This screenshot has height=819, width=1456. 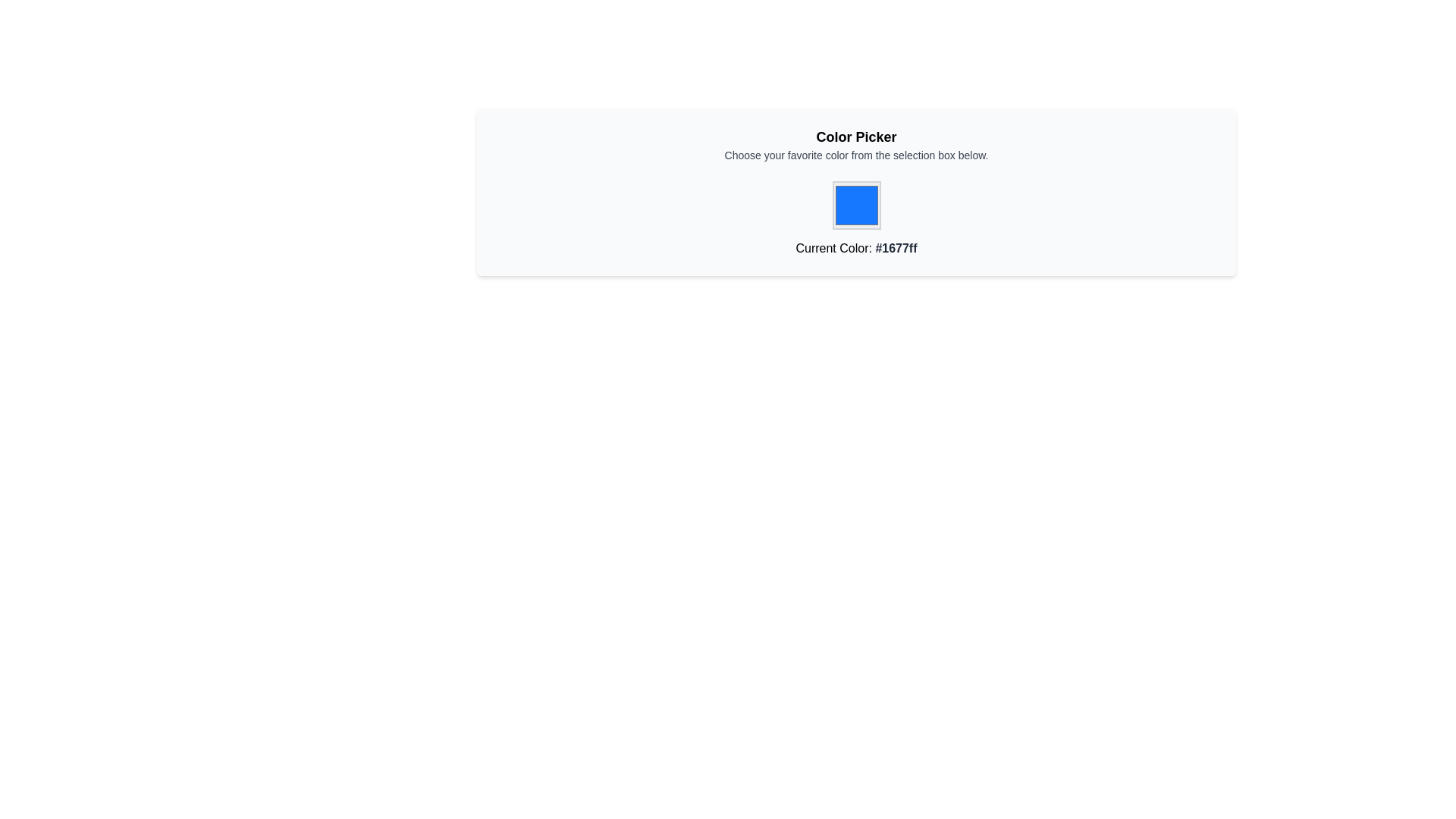 What do you see at coordinates (856, 137) in the screenshot?
I see `the bold heading text 'Color Picker' located at the top of the interface, which is visually distinct and serves as a section title` at bounding box center [856, 137].